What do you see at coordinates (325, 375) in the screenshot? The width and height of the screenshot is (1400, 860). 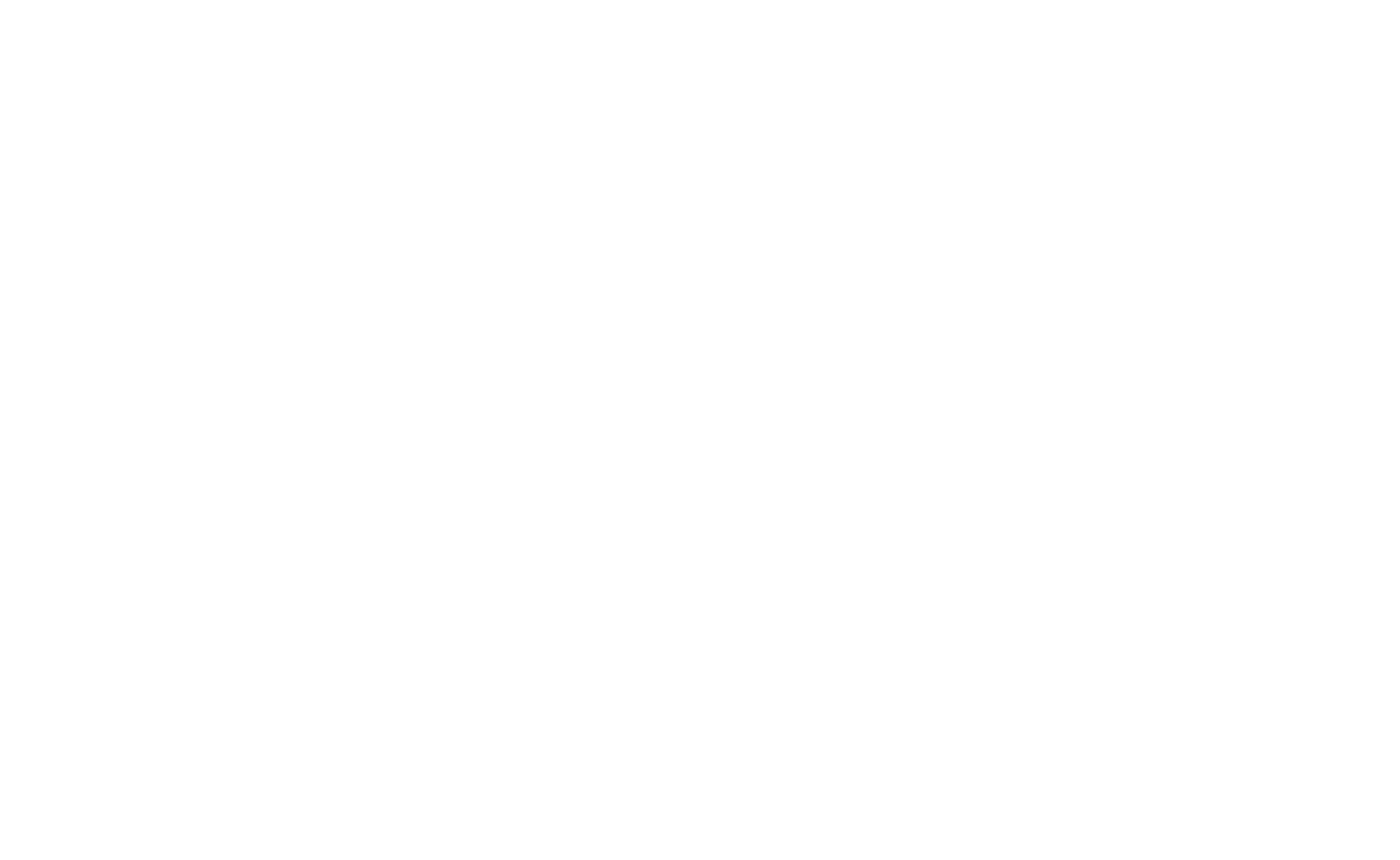 I see `'Henrik Lundqvist – A First-Ballot and First-Class Hall of Famer'` at bounding box center [325, 375].